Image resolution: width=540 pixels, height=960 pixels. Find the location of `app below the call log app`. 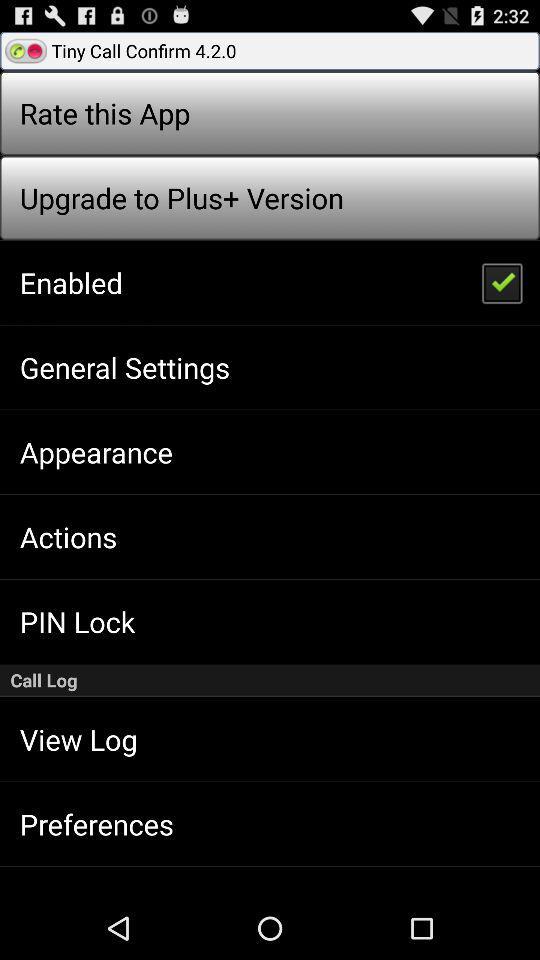

app below the call log app is located at coordinates (77, 738).